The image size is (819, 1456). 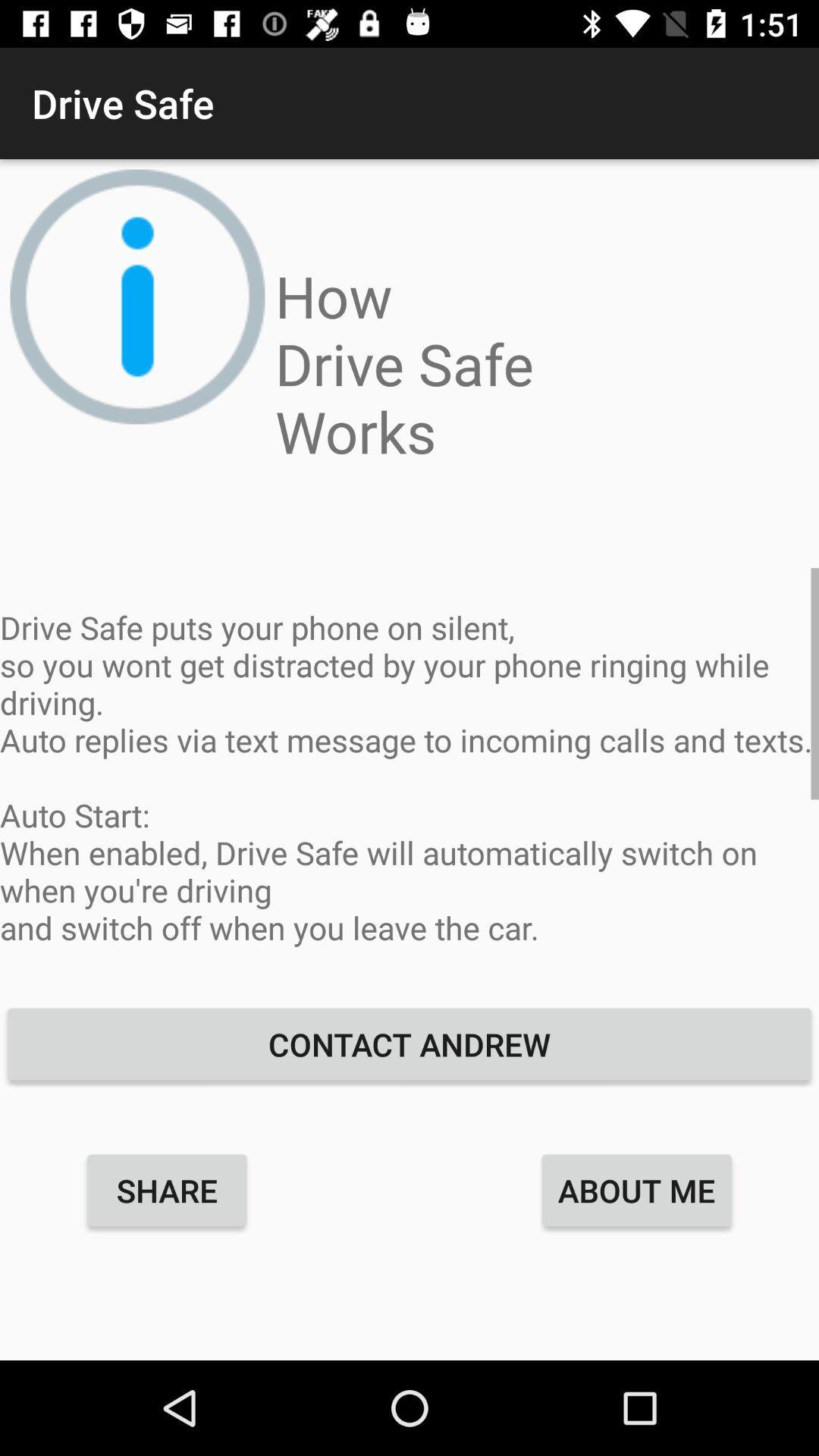 I want to click on the share, so click(x=167, y=1189).